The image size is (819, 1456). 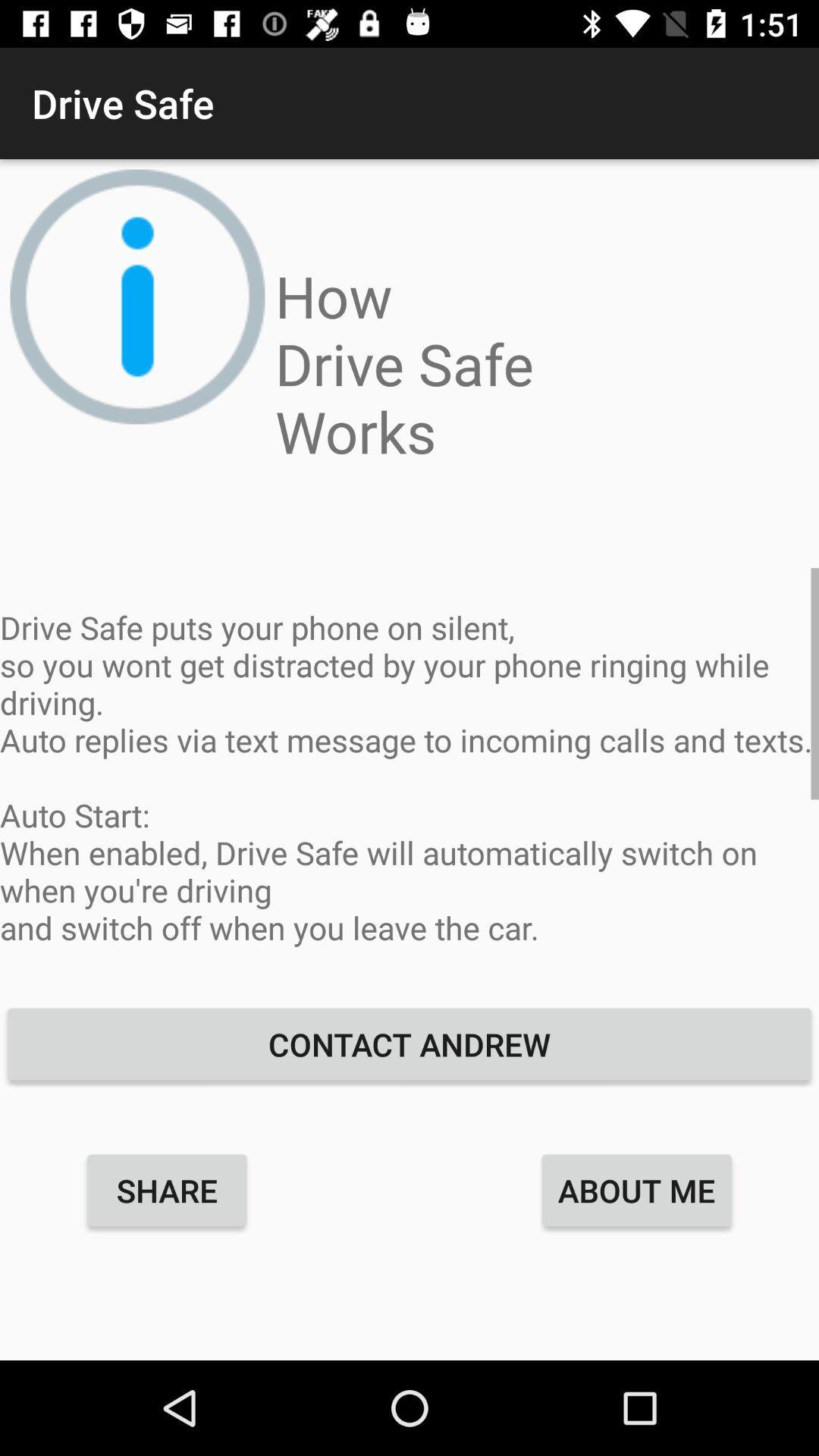 I want to click on the share, so click(x=167, y=1189).